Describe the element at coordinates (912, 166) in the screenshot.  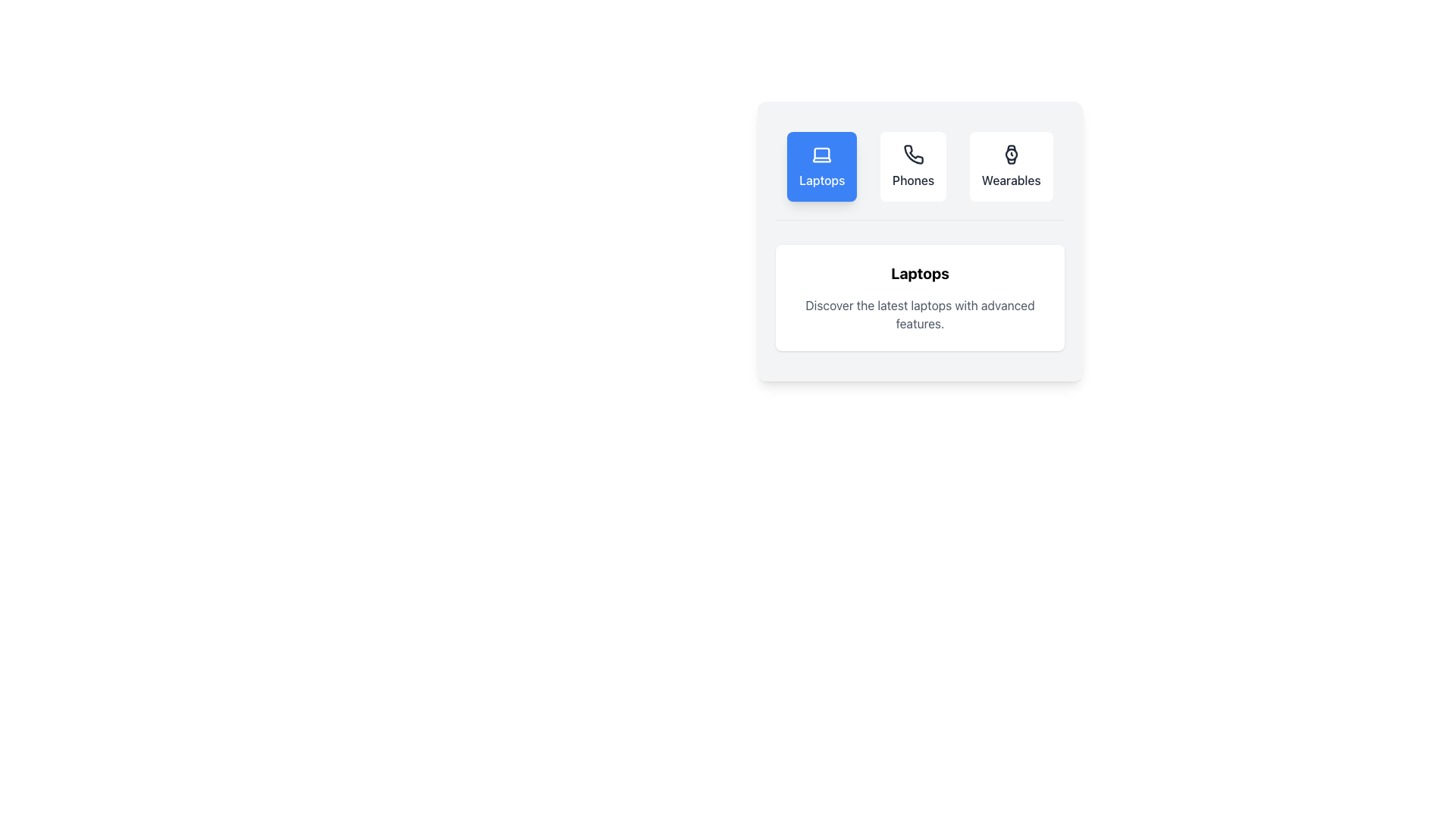
I see `the navigational button related to phones, positioned between the 'Laptops' and 'Wearables' cards to trigger a visual effect` at that location.